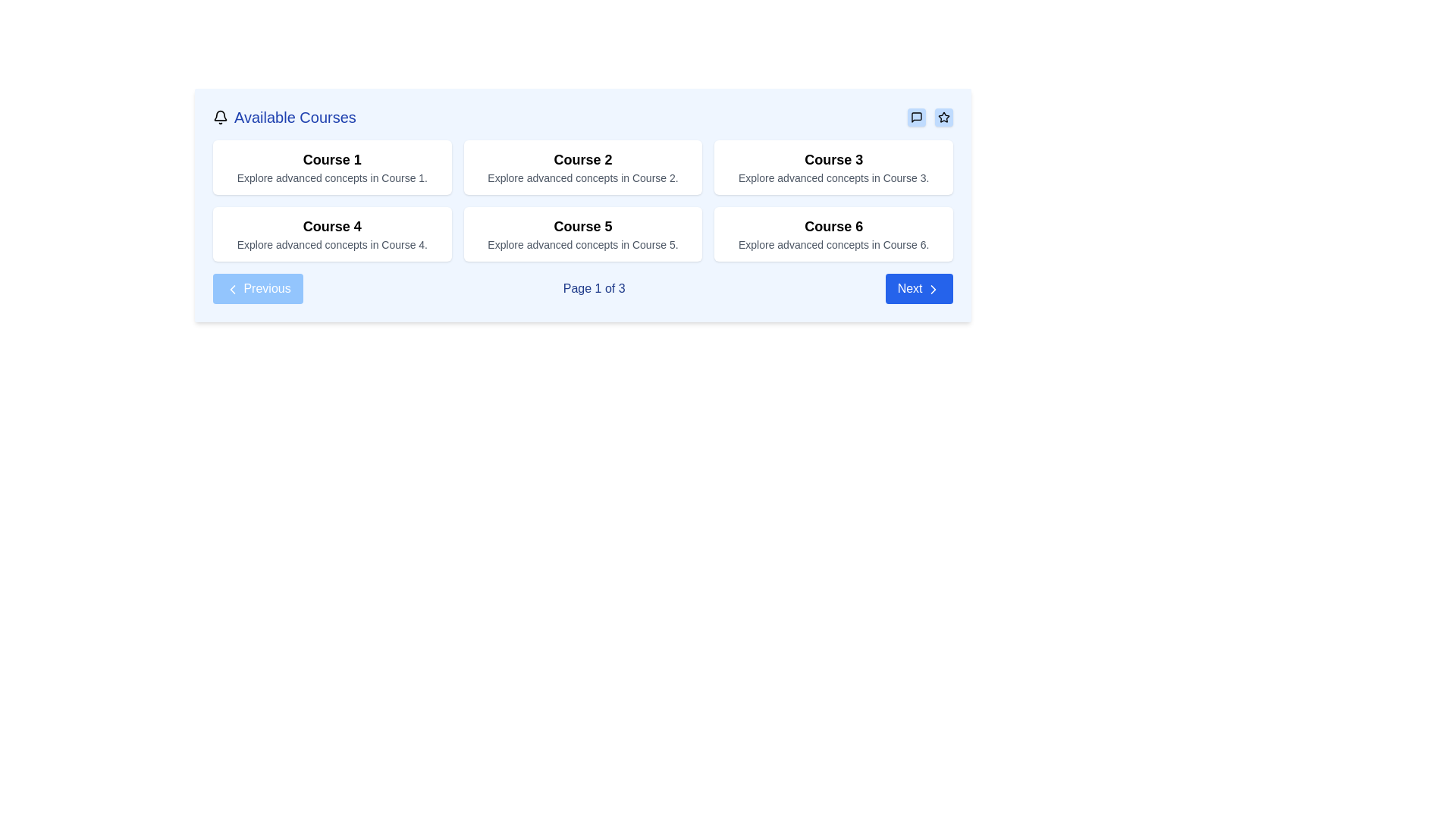 The height and width of the screenshot is (819, 1456). What do you see at coordinates (593, 289) in the screenshot?
I see `the text label that indicates the current page number and total pages, located between the 'Previous' and 'Next' buttons in the pagination controls` at bounding box center [593, 289].